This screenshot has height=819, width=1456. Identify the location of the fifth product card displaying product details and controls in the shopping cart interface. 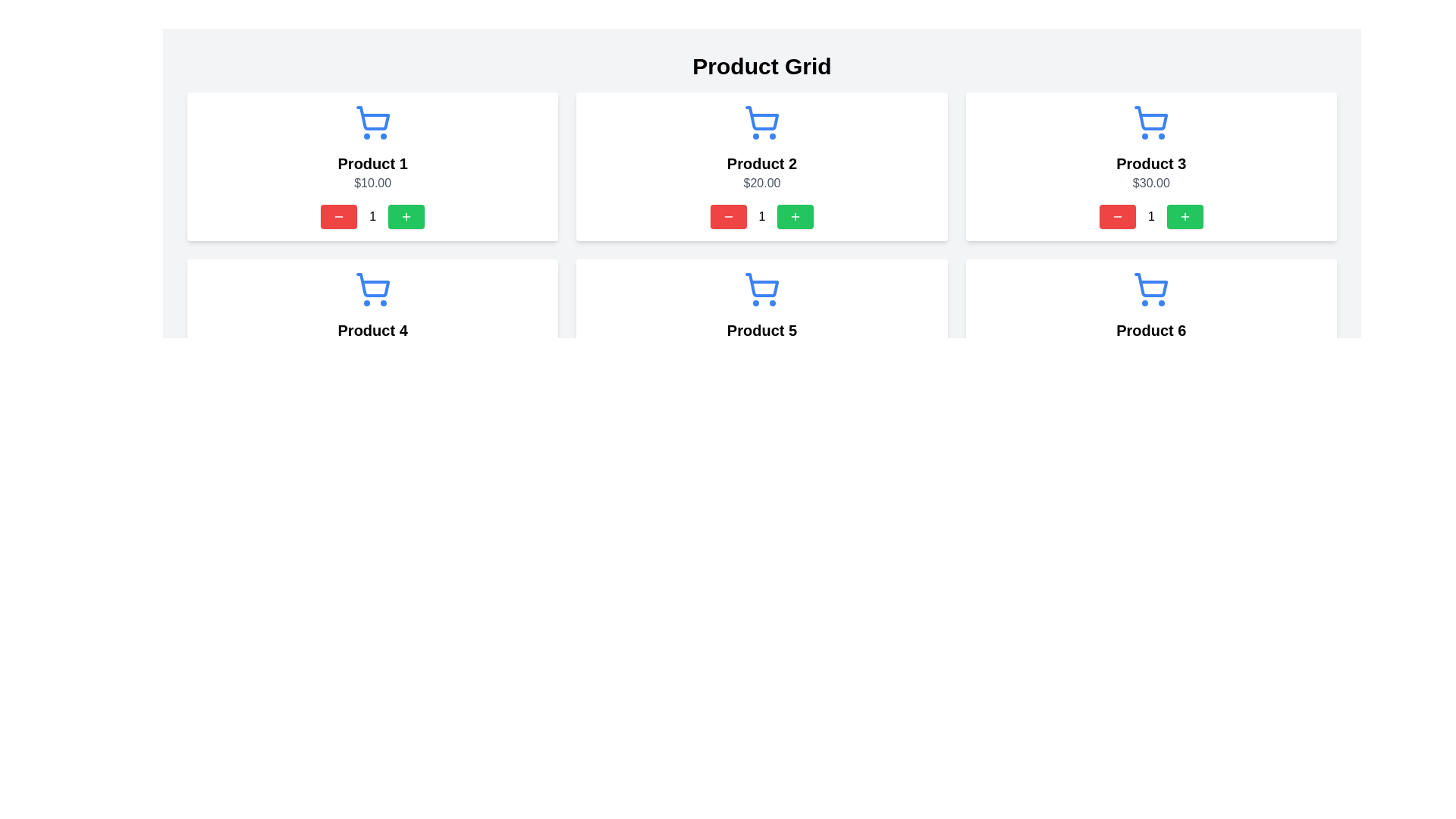
(761, 332).